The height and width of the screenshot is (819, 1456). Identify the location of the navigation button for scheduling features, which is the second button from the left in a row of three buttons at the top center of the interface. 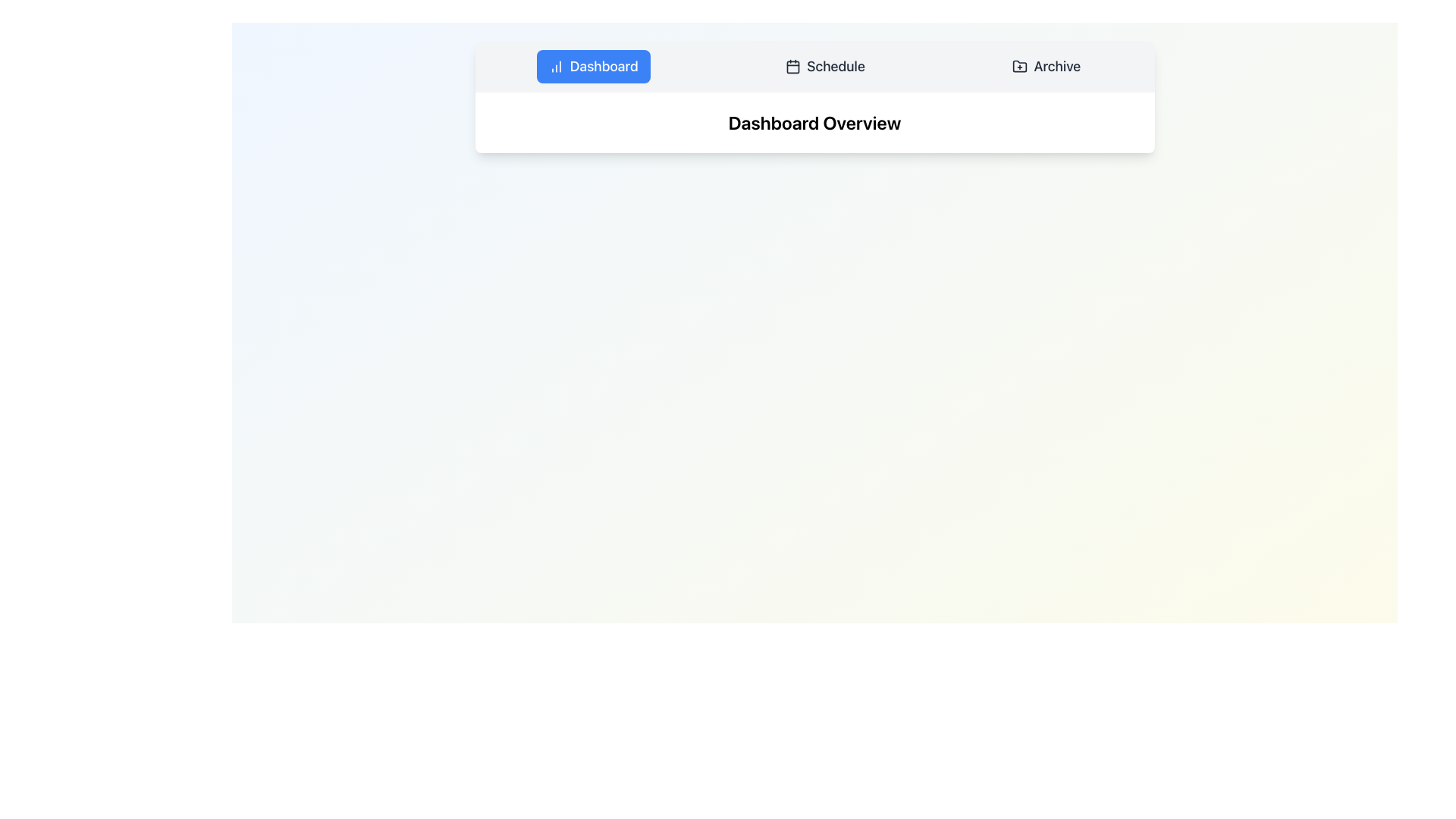
(824, 66).